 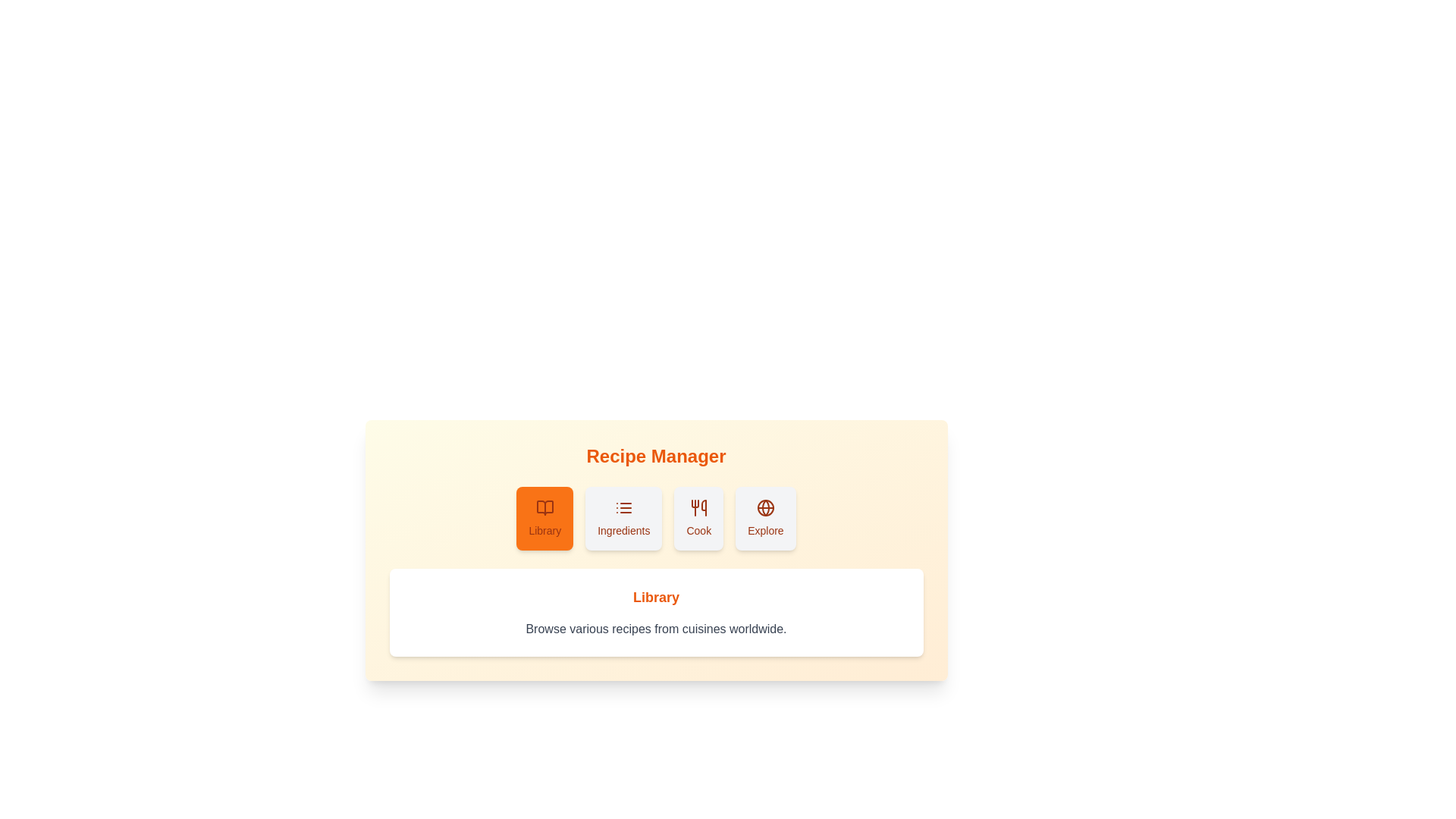 What do you see at coordinates (698, 517) in the screenshot?
I see `the Cook tab to view its content` at bounding box center [698, 517].